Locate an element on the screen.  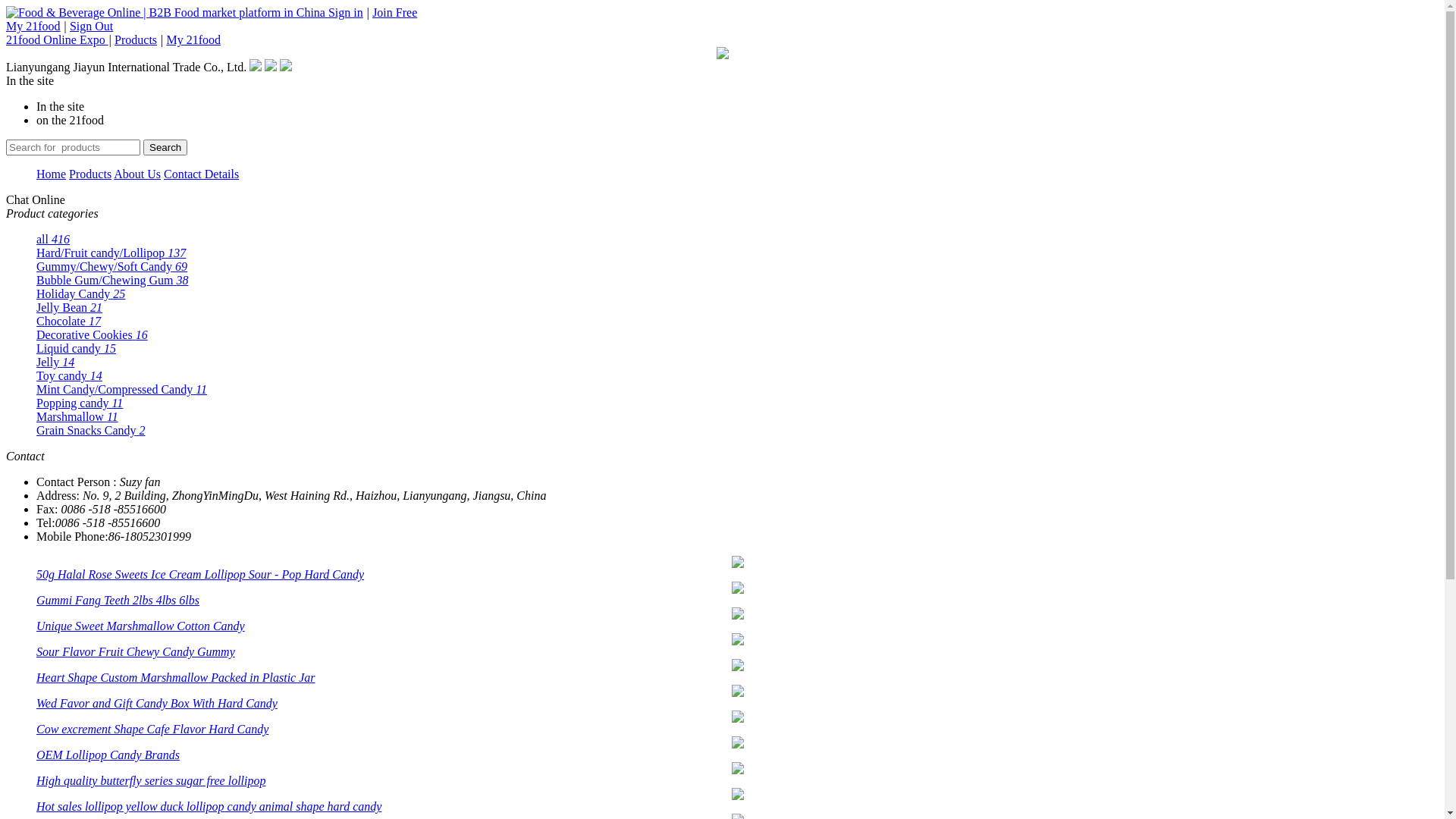
'Marshmallow 11' is located at coordinates (36, 416).